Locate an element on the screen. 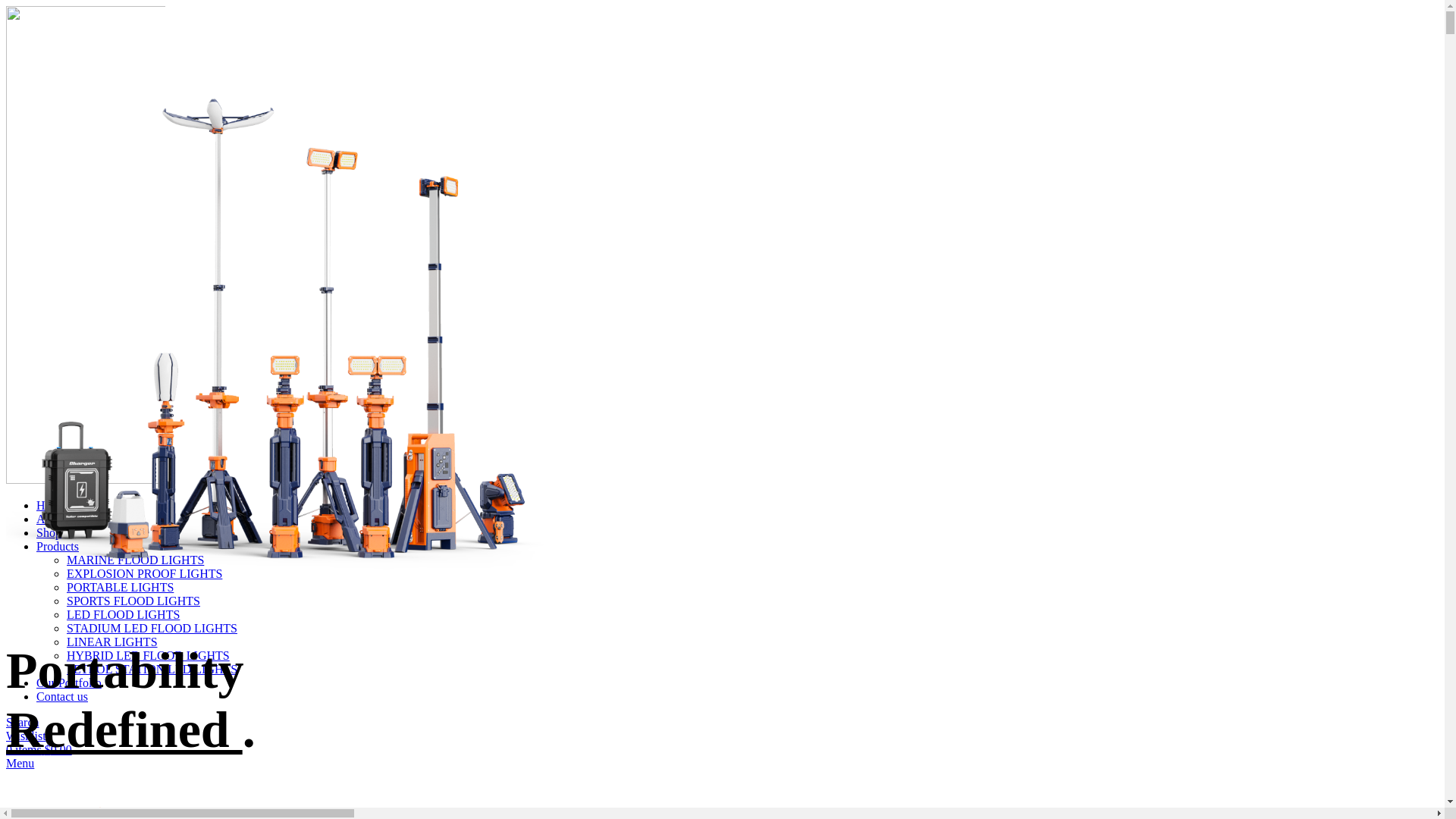 Image resolution: width=1456 pixels, height=819 pixels. 'About us' is located at coordinates (36, 518).